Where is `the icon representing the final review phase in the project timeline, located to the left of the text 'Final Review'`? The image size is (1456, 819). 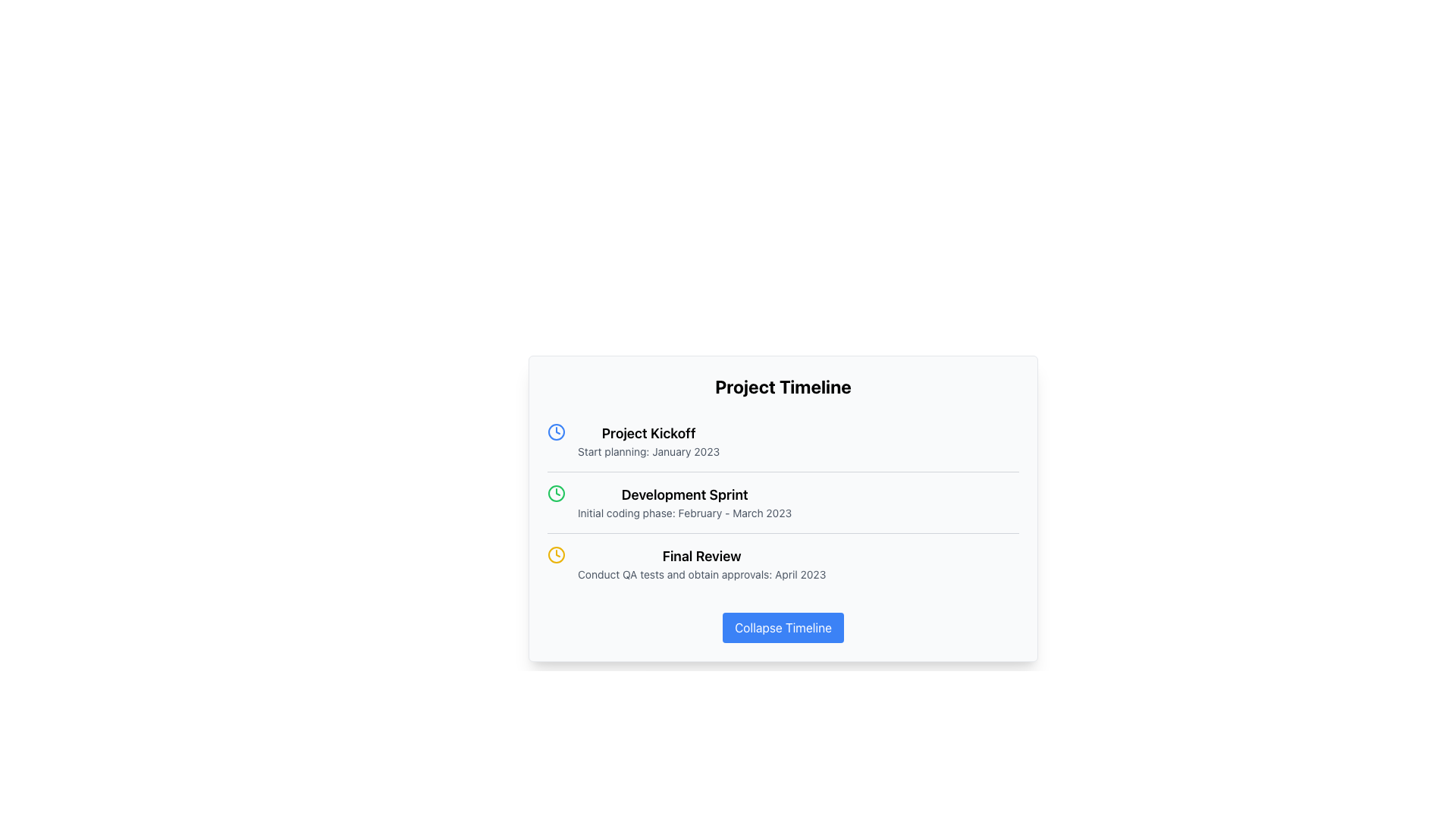 the icon representing the final review phase in the project timeline, located to the left of the text 'Final Review' is located at coordinates (556, 555).